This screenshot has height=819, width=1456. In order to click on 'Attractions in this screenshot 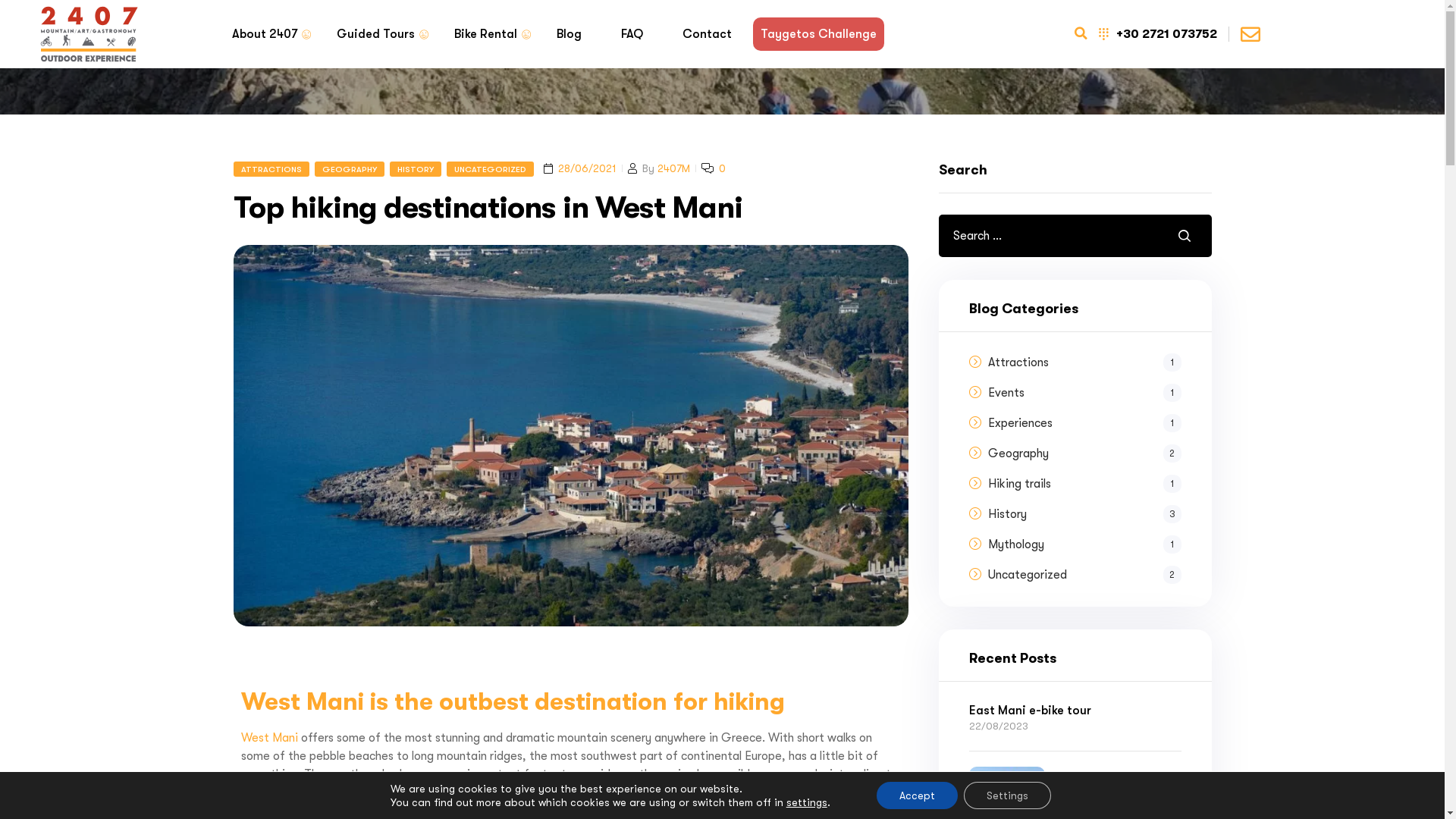, I will do `click(1084, 362)`.